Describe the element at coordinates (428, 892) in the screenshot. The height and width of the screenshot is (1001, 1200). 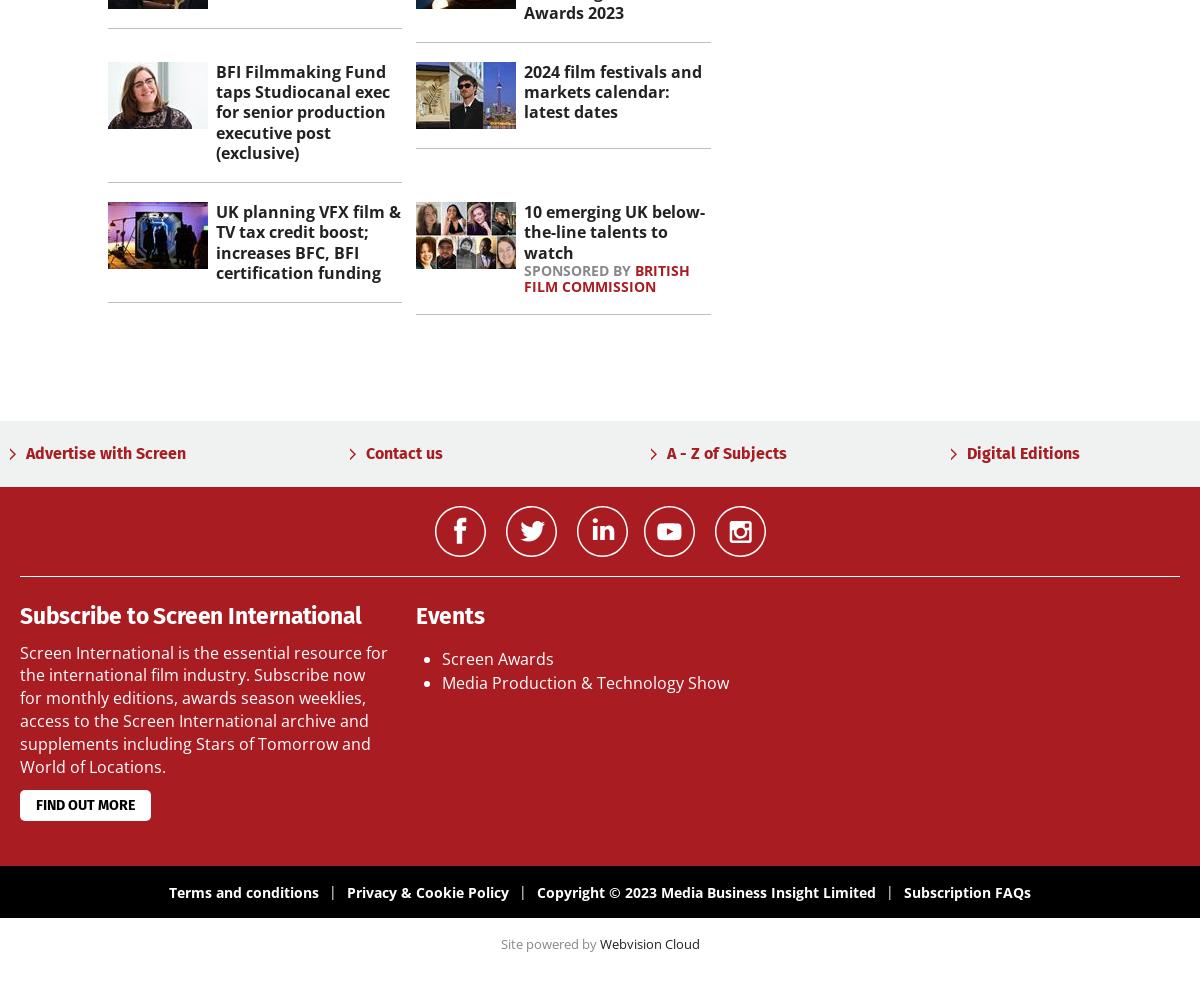
I see `'Privacy & Cookie Policy'` at that location.